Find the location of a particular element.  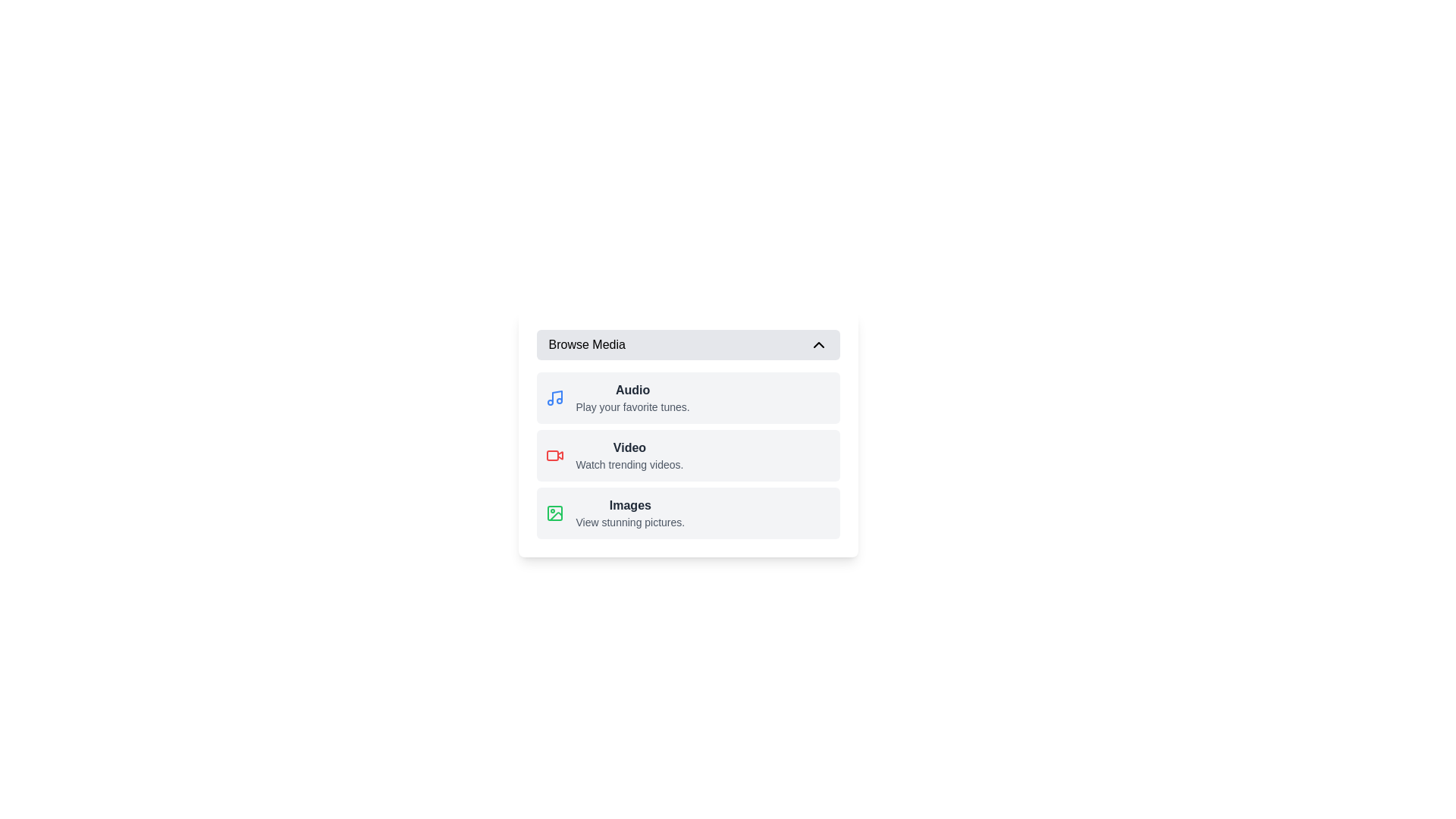

the second option in the 'Browse Media' card which provides information about accessing video content is located at coordinates (629, 455).